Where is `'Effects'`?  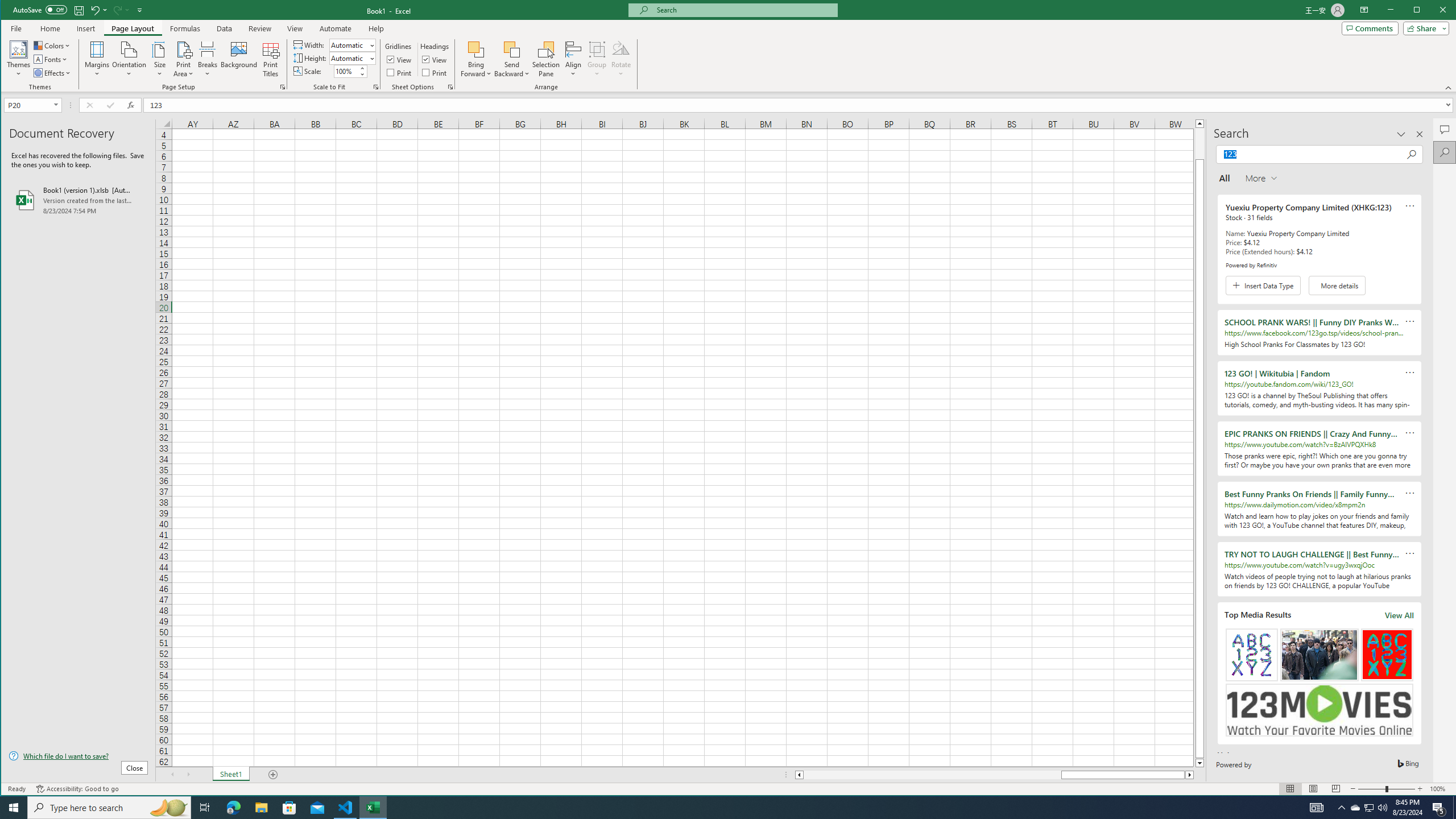
'Effects' is located at coordinates (53, 72).